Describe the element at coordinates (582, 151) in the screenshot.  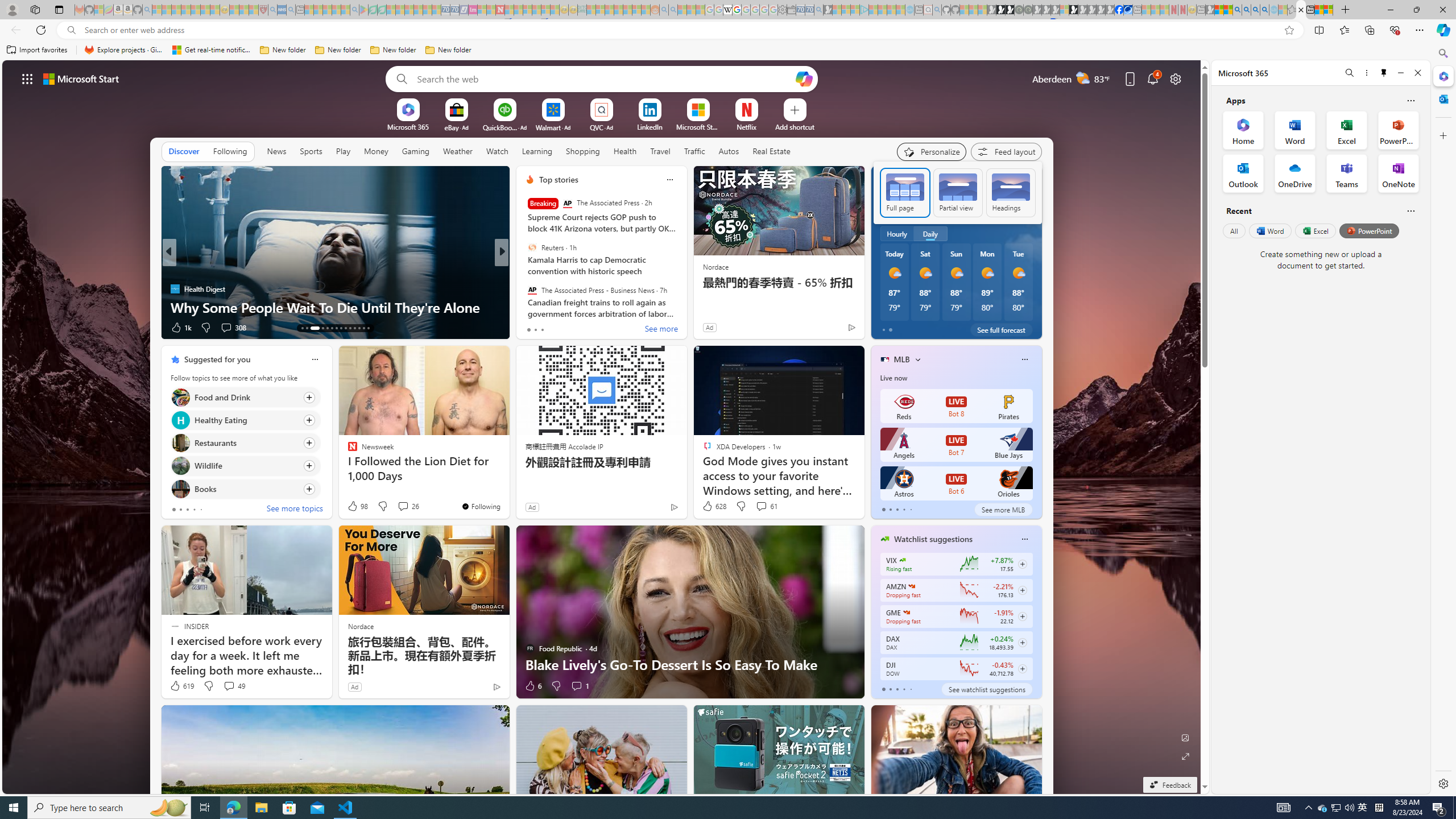
I see `'Shopping'` at that location.